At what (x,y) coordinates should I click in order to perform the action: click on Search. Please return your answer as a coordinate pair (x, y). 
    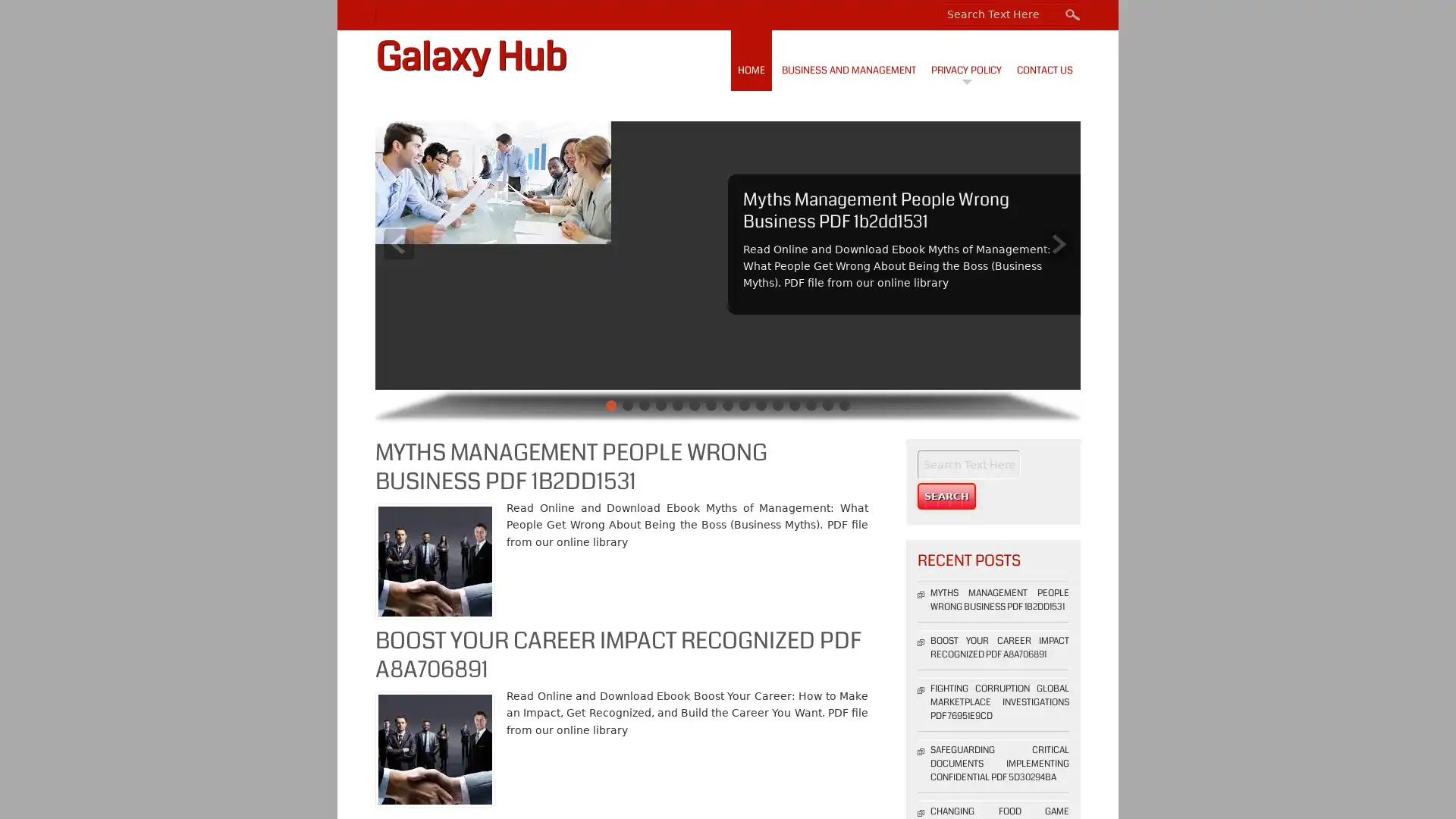
    Looking at the image, I should click on (946, 496).